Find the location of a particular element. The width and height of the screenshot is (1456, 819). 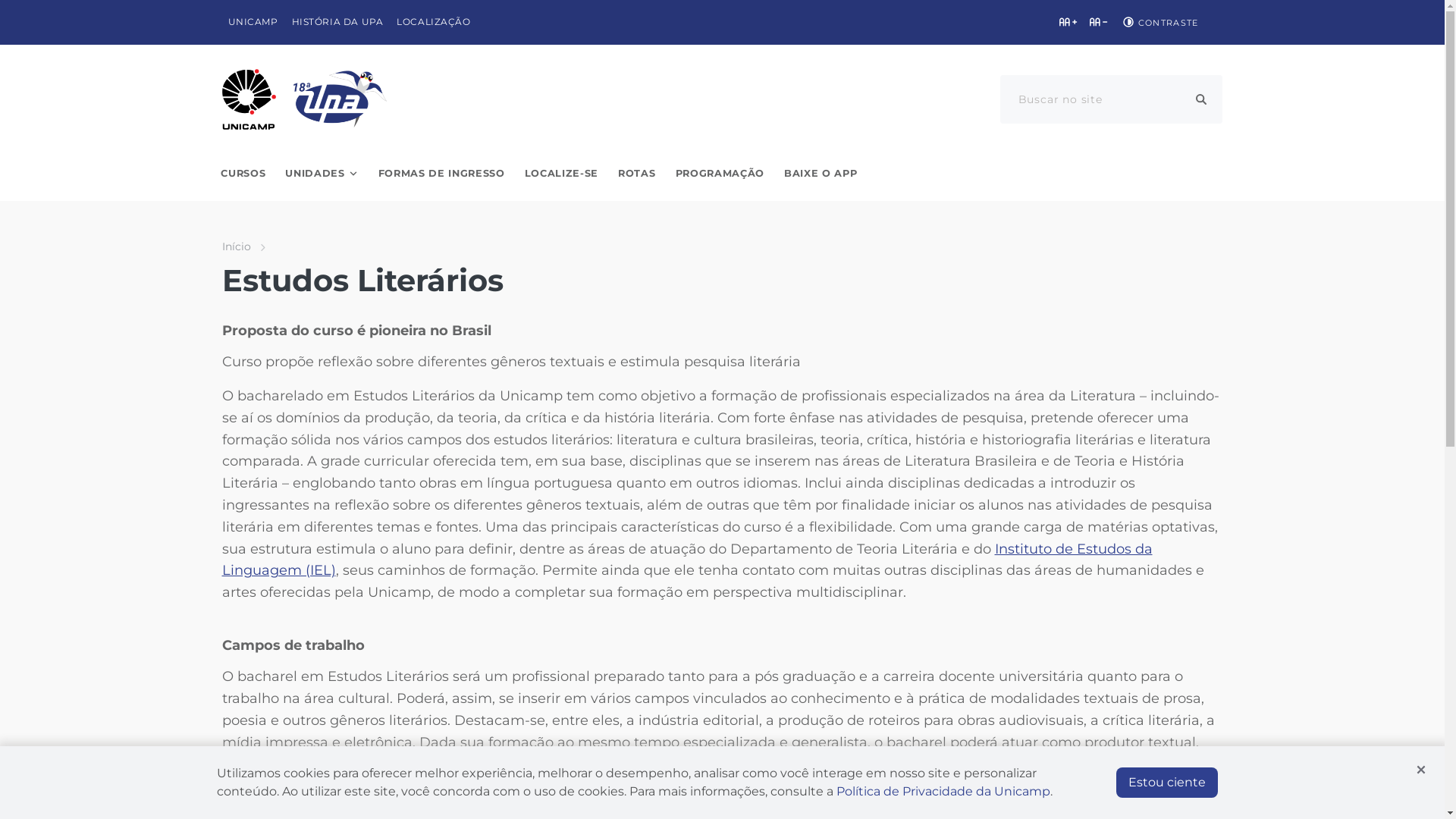

'LOCALIZE-SE' is located at coordinates (560, 173).